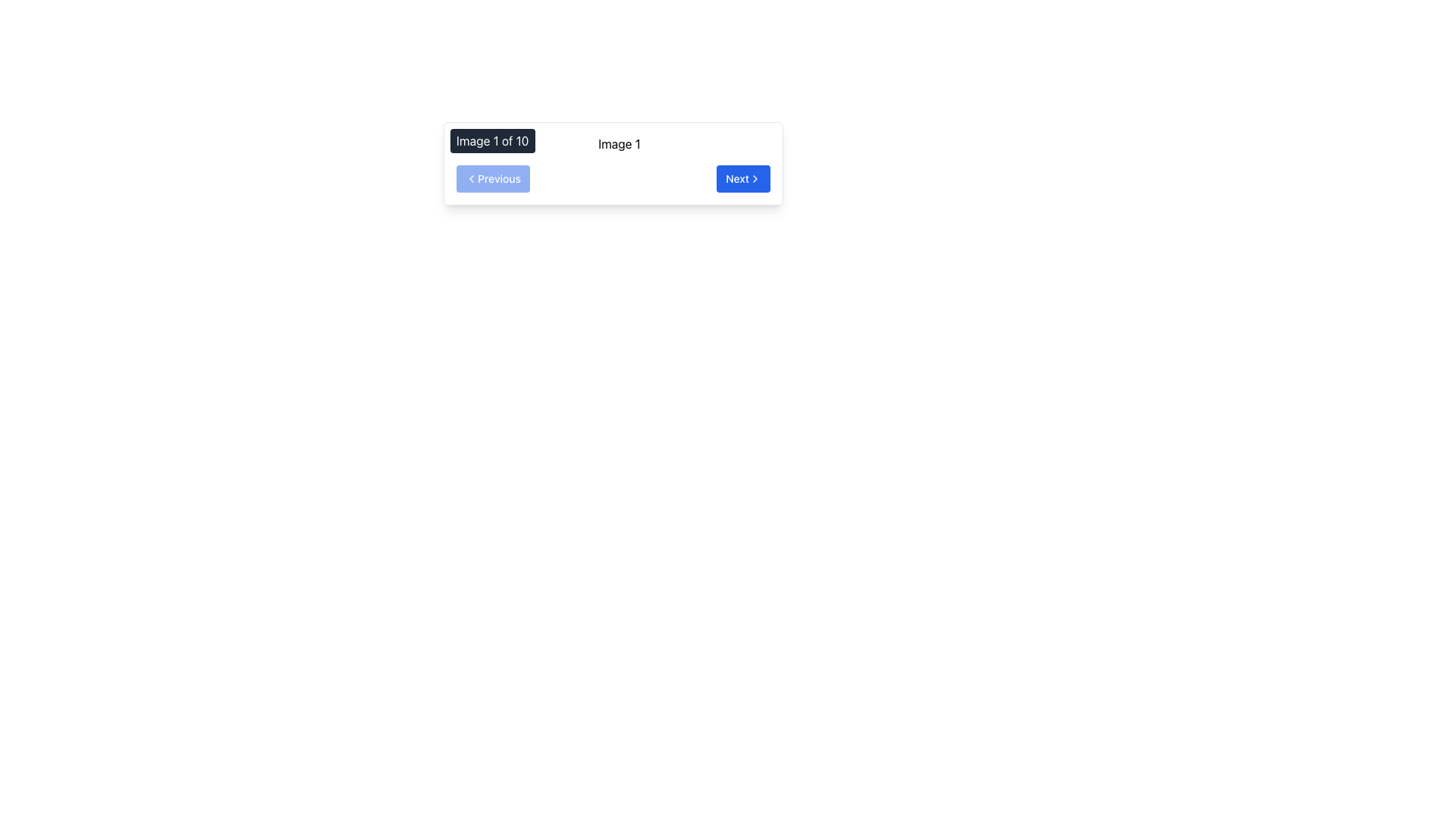  Describe the element at coordinates (743, 177) in the screenshot. I see `the second button in the navigation bar at the bottom right` at that location.